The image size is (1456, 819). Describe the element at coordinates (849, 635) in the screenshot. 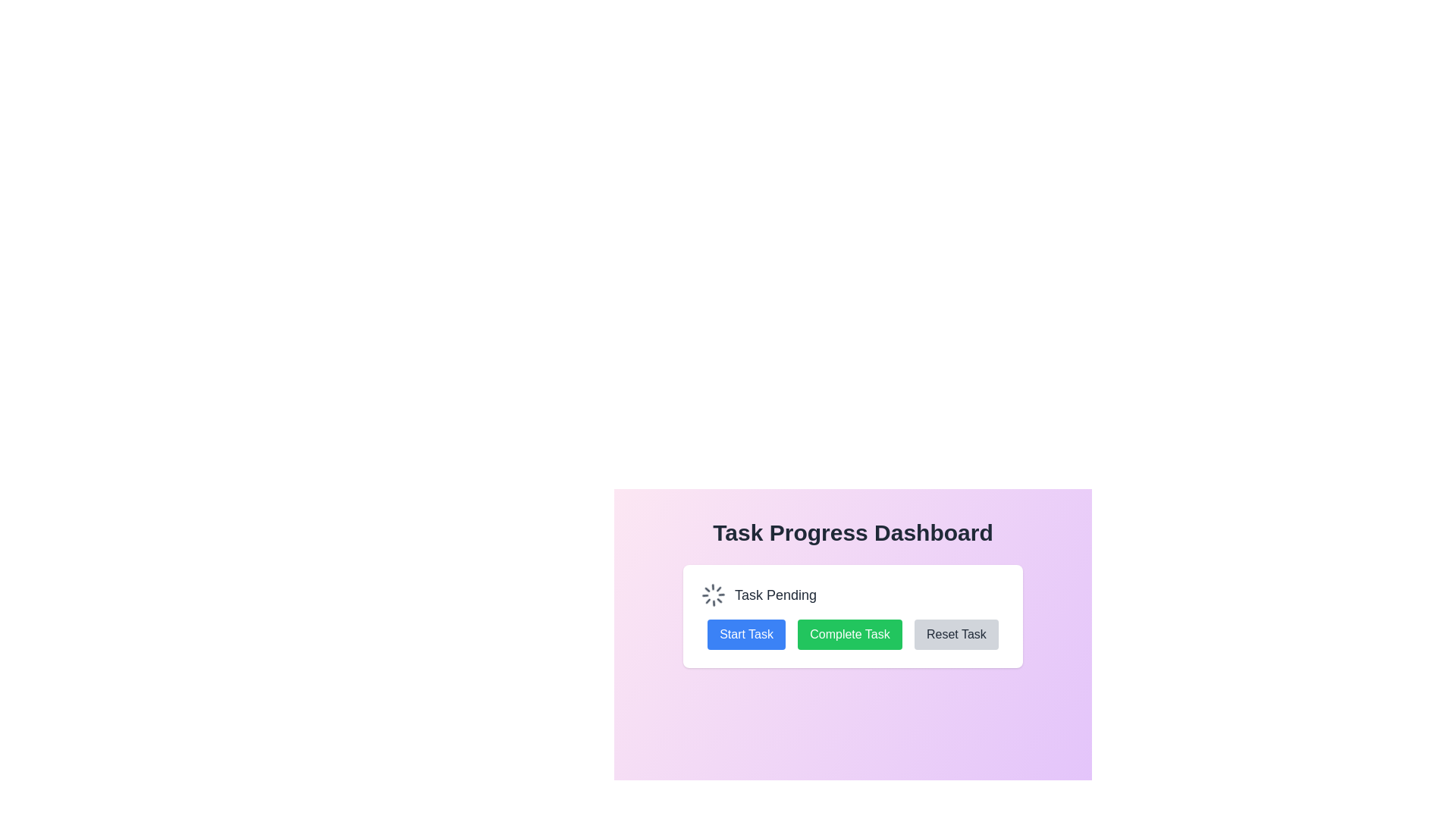

I see `the green button labeled 'Complete Task'` at that location.